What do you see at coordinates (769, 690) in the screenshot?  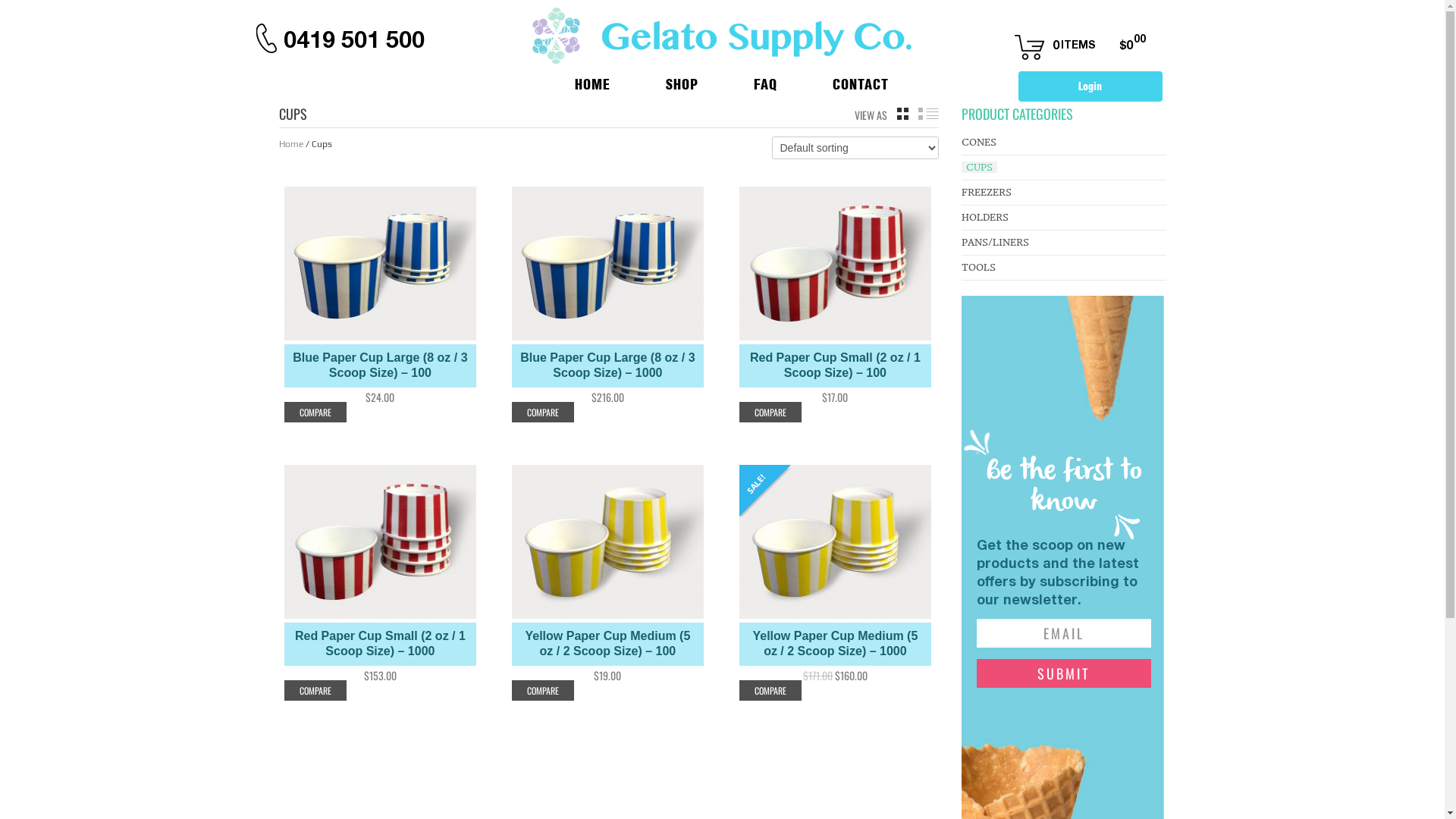 I see `'COMPARE'` at bounding box center [769, 690].